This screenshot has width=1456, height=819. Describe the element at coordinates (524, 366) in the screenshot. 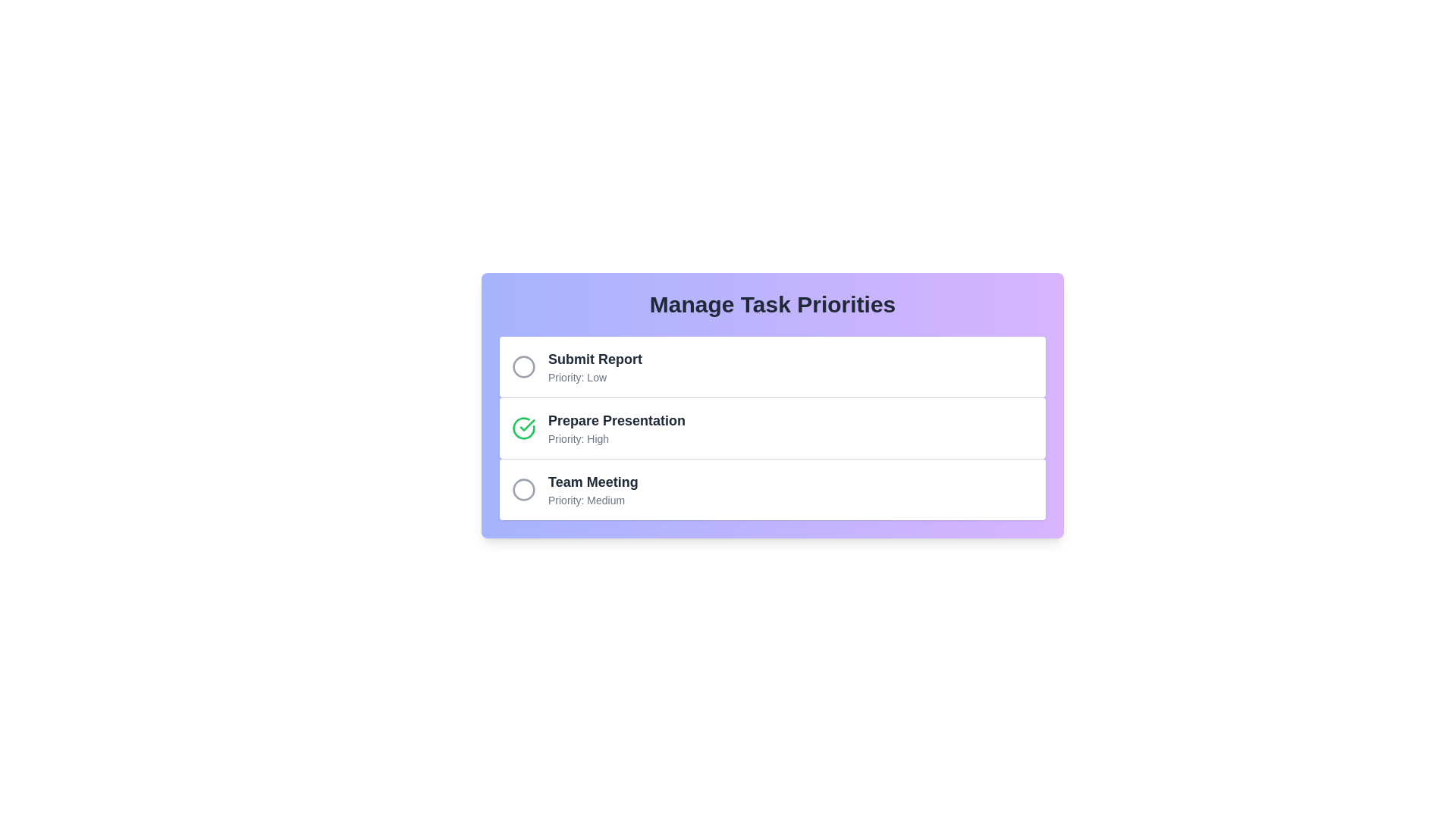

I see `the task Submit Report to observe hover effects` at that location.